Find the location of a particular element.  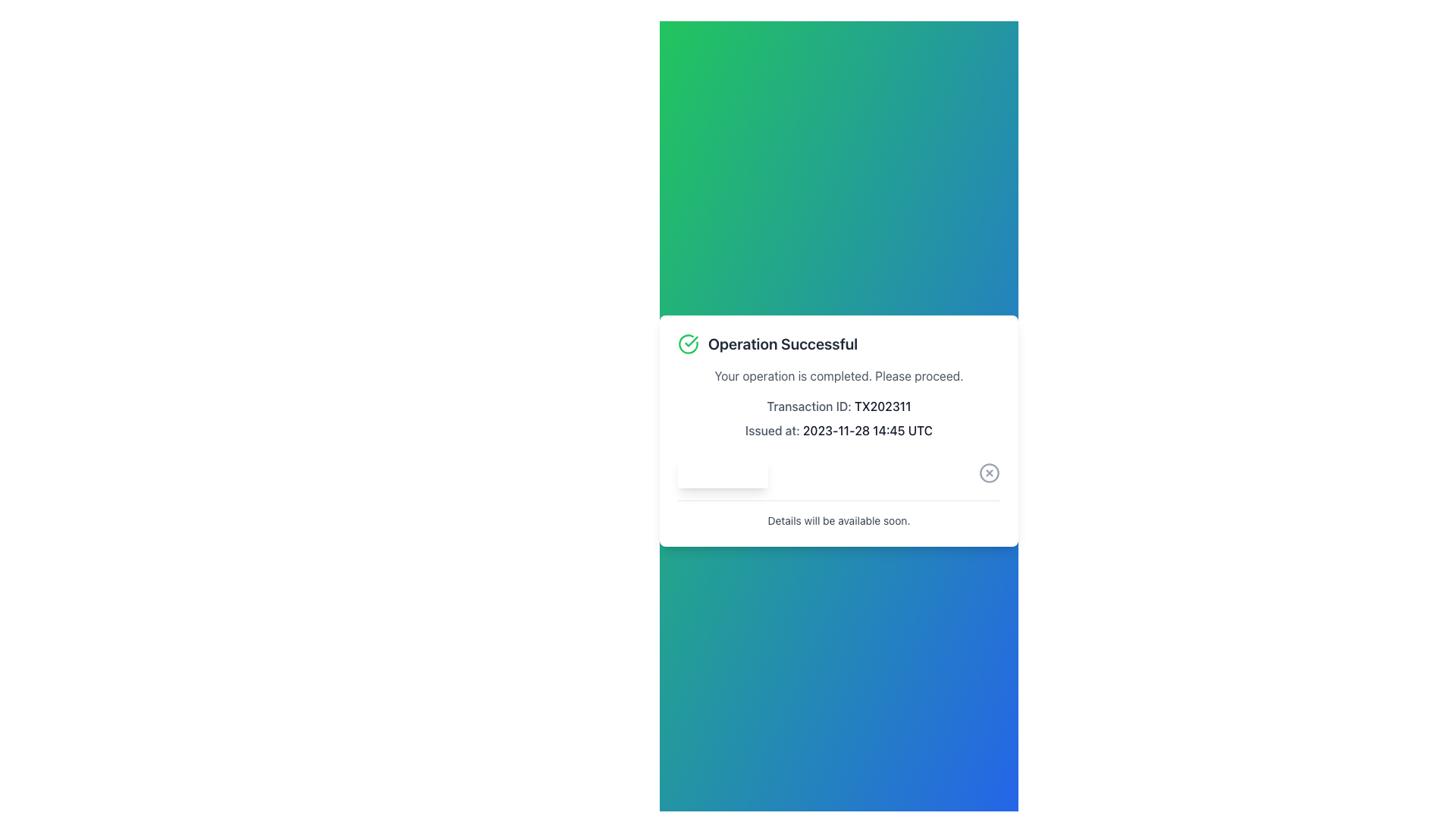

the circular green checkmark icon indicating success, located to the left of the text 'Operation Successful' is located at coordinates (687, 344).